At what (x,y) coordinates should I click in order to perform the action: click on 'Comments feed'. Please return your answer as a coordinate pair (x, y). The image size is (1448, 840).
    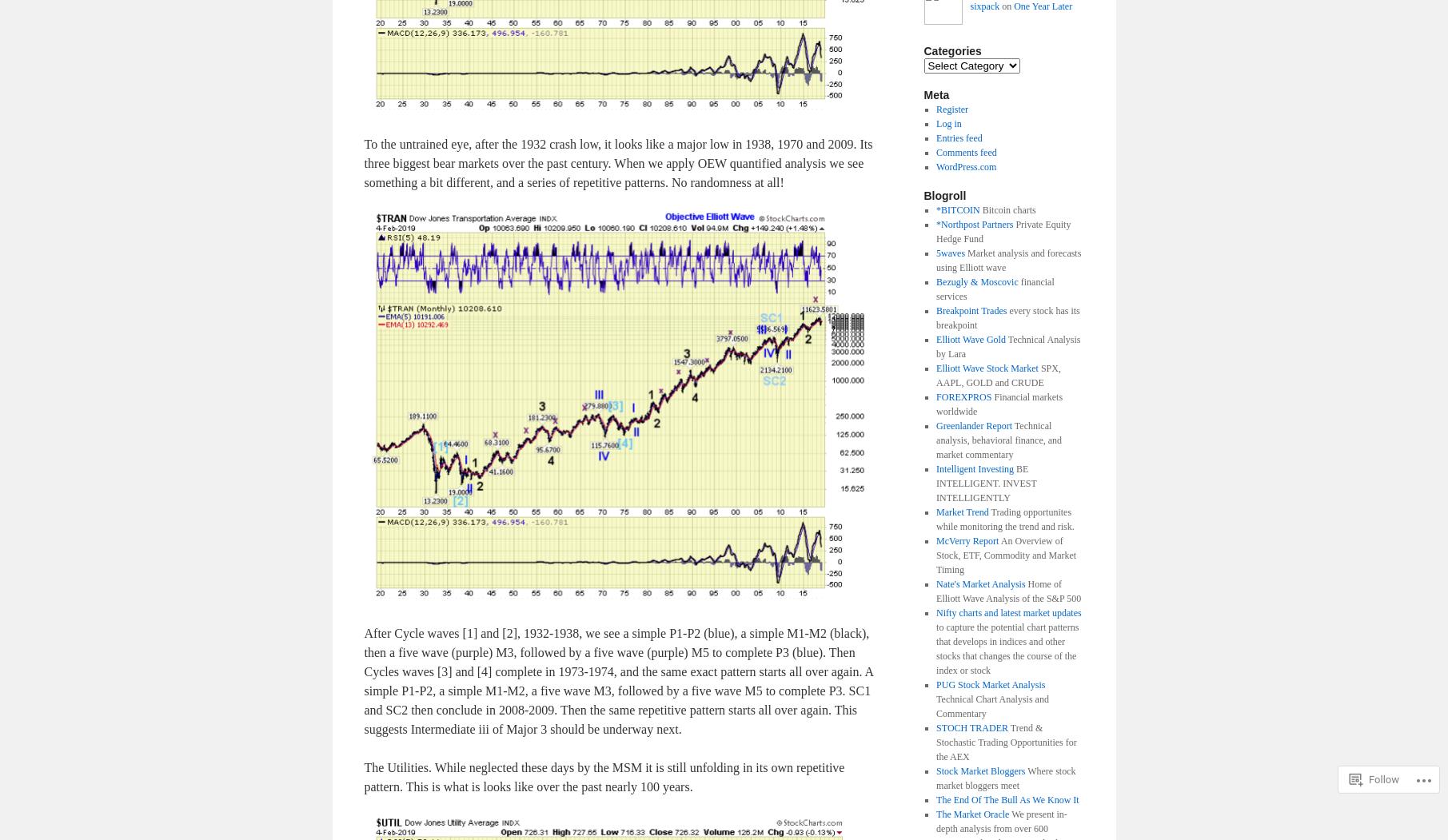
    Looking at the image, I should click on (966, 152).